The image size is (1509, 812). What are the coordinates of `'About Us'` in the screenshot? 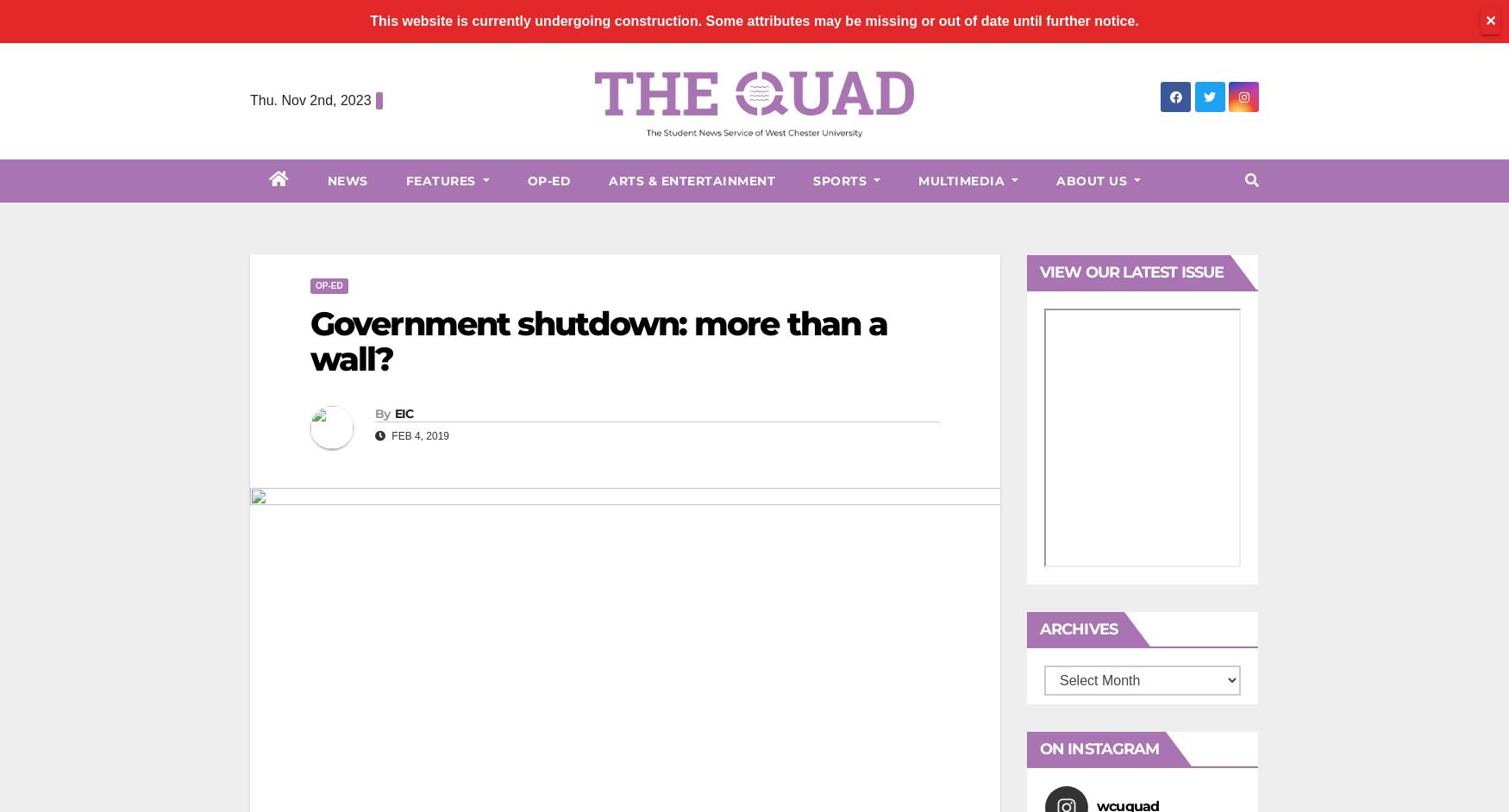 It's located at (1093, 180).